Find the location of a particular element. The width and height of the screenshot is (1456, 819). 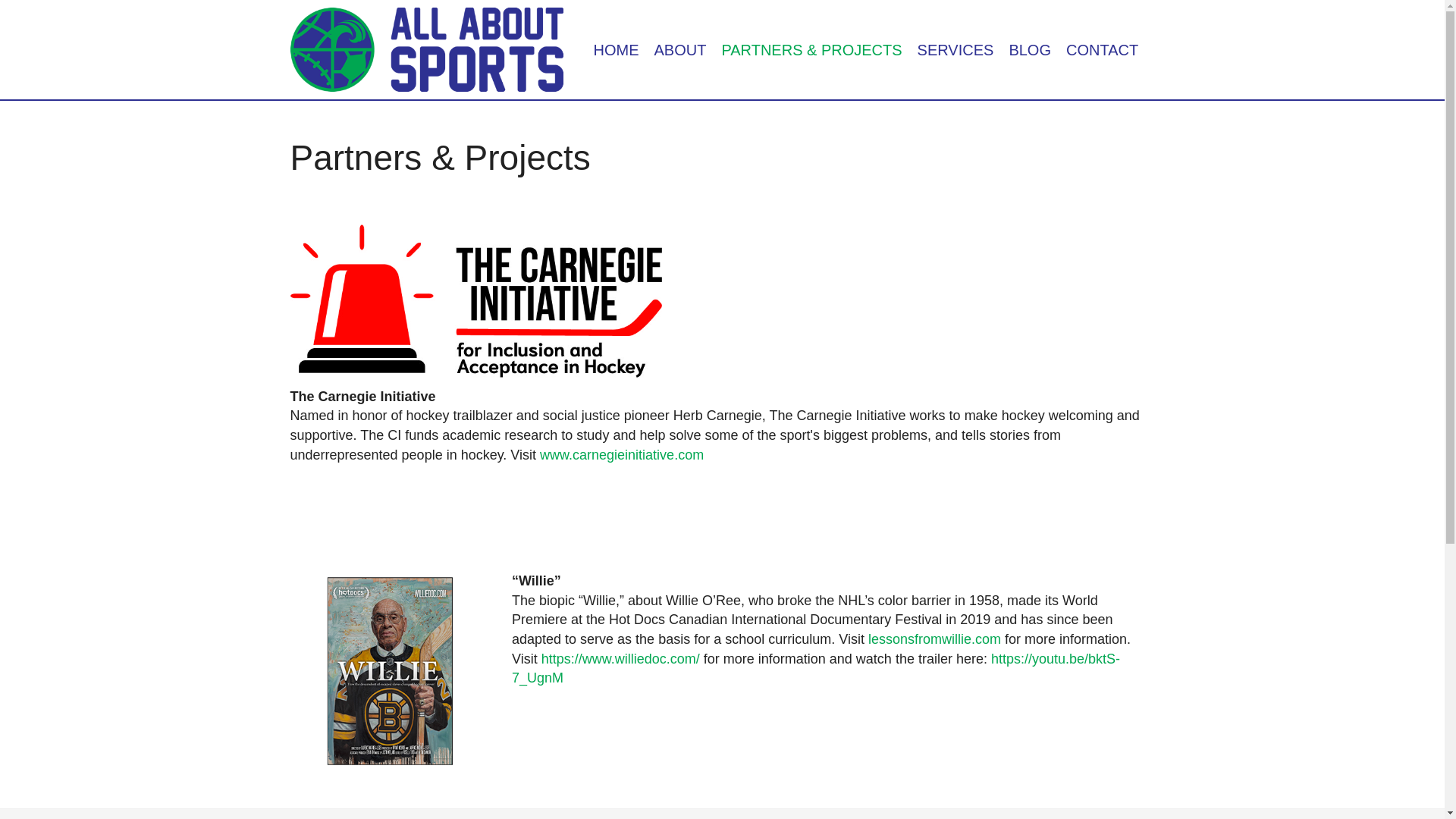

'www.carnegieinitiative.com' is located at coordinates (622, 454).